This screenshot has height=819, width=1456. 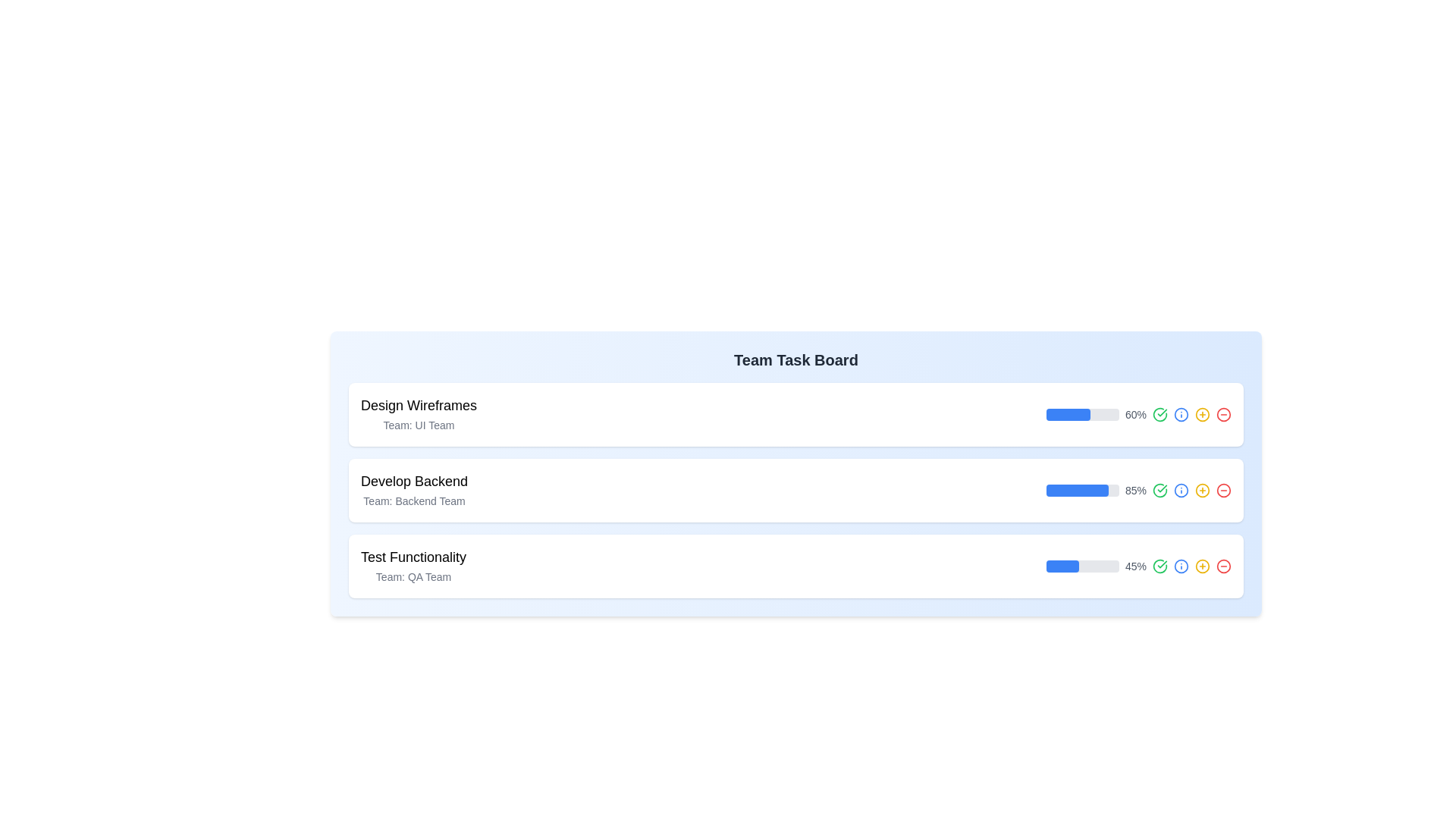 I want to click on the progress bar located in the 'Design Wireframes' section on the Team Task Board, which has a gray background and a blue fill, indicating the current progress of 60%, so click(x=1081, y=415).